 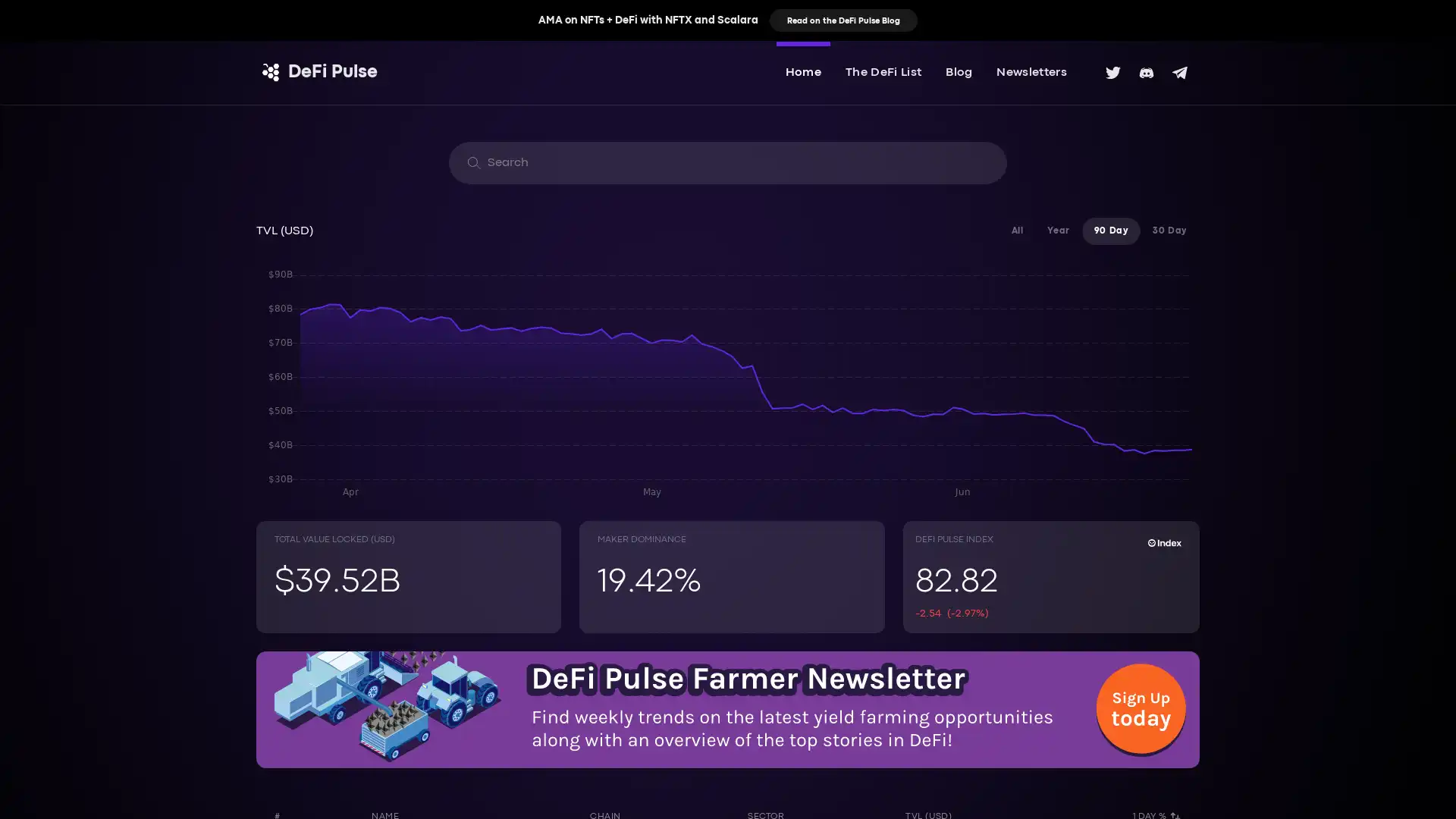 What do you see at coordinates (1169, 231) in the screenshot?
I see `30 Day` at bounding box center [1169, 231].